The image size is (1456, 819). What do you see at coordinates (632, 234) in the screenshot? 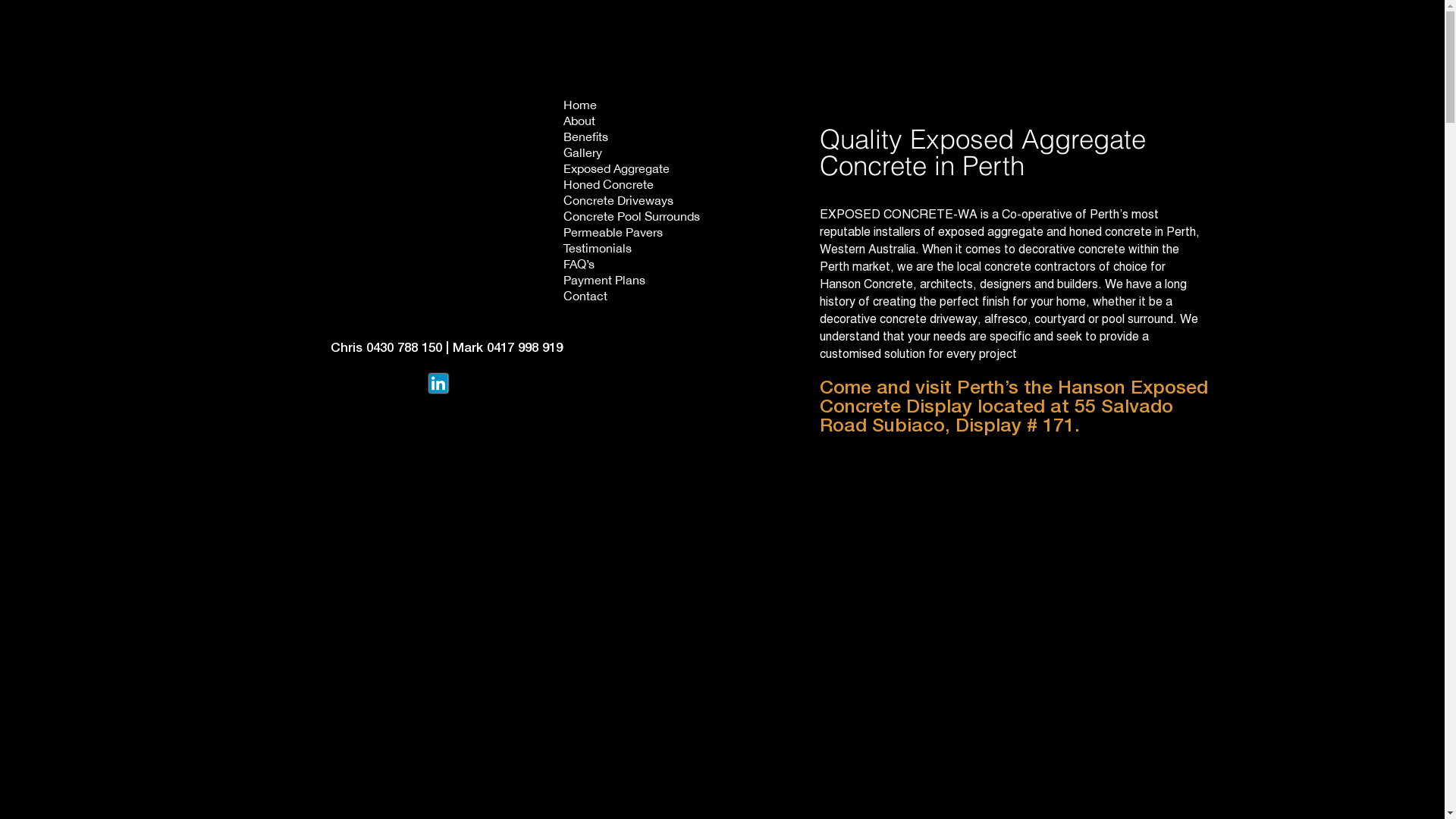
I see `'Permeable Pavers'` at bounding box center [632, 234].